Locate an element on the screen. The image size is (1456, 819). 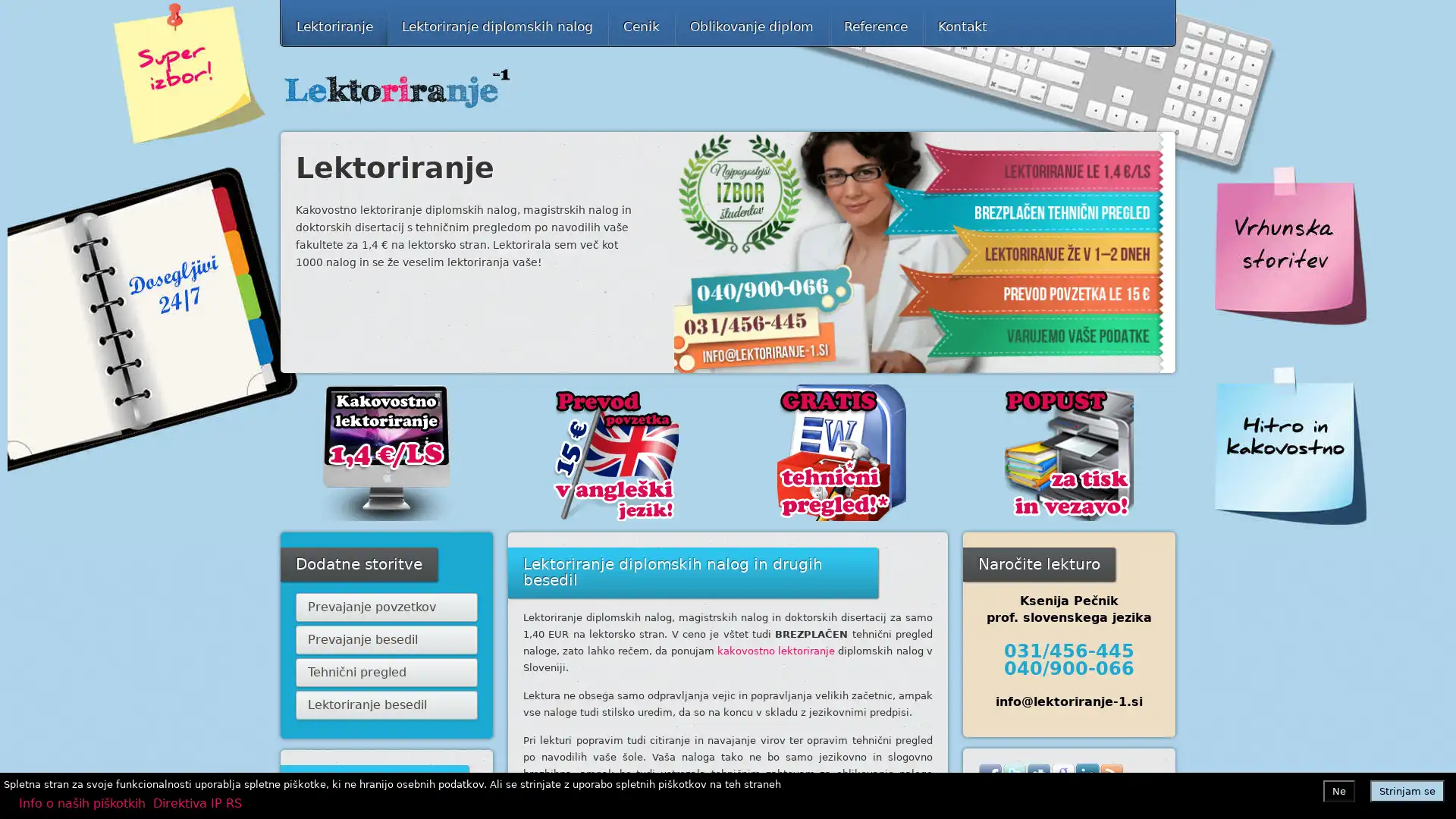
Ne is located at coordinates (1339, 789).